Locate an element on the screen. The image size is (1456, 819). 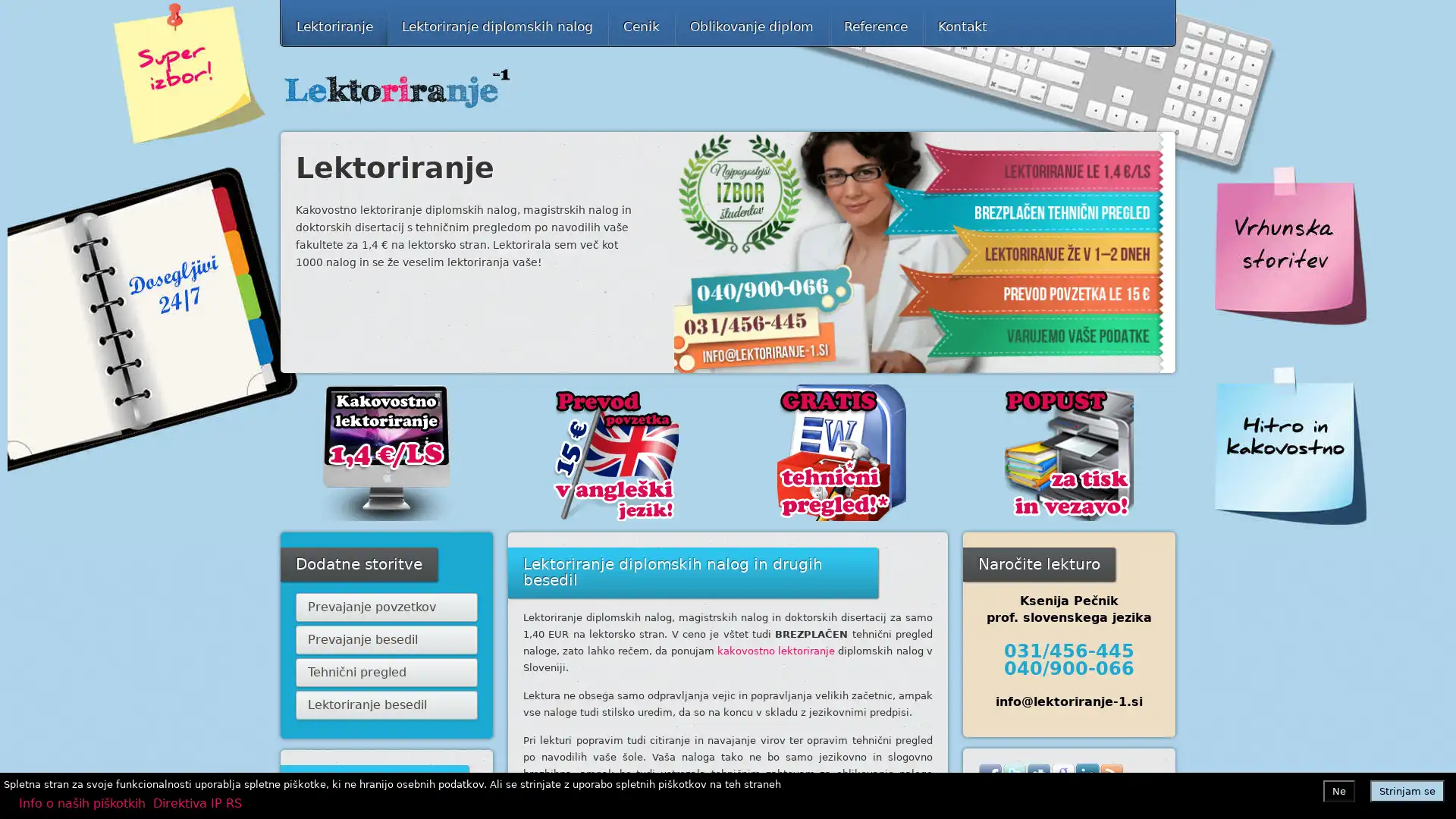
Ne is located at coordinates (1339, 789).